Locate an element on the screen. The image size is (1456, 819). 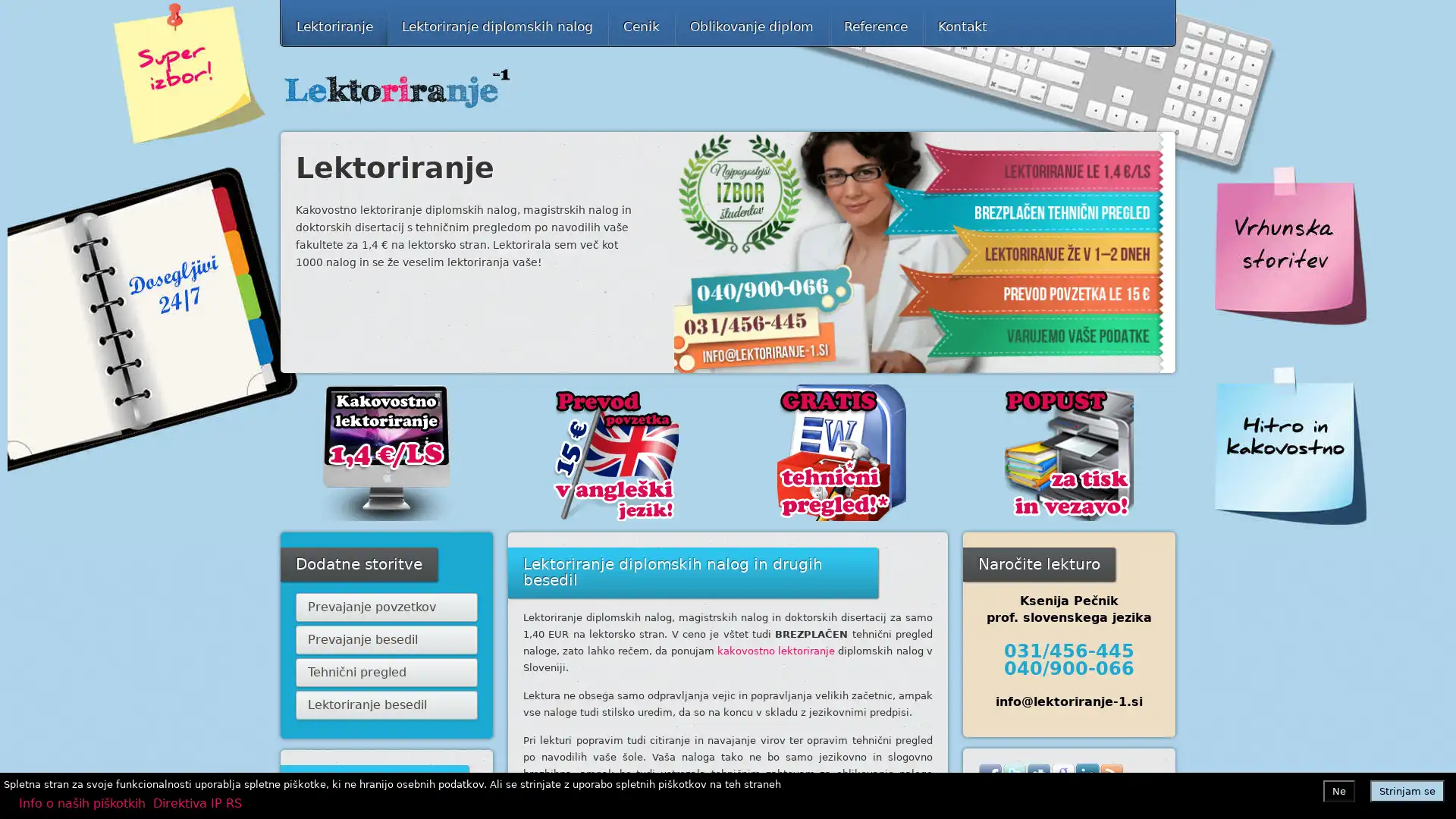
Ne is located at coordinates (1339, 789).